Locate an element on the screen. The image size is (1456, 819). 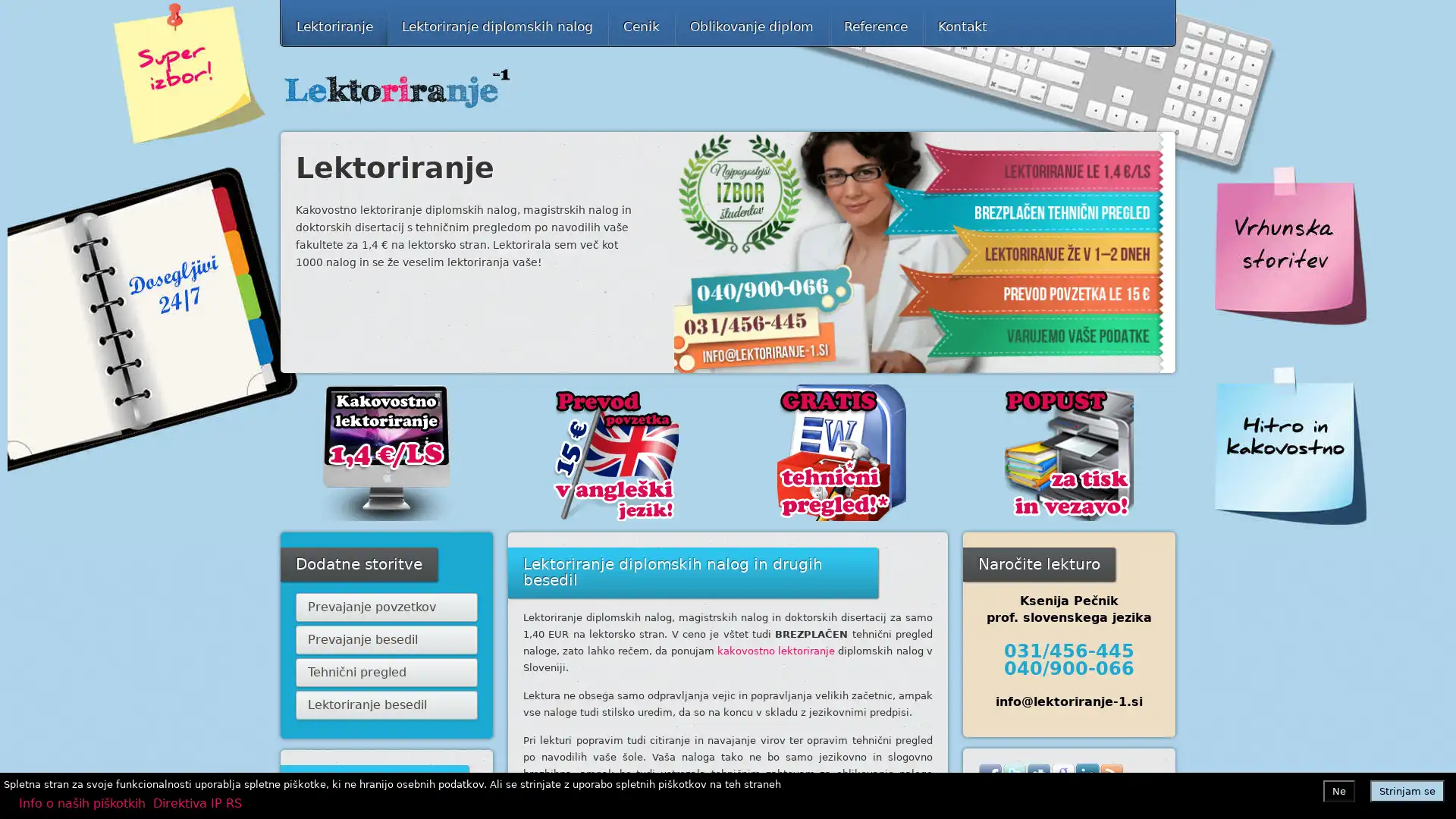
Ne is located at coordinates (1339, 789).